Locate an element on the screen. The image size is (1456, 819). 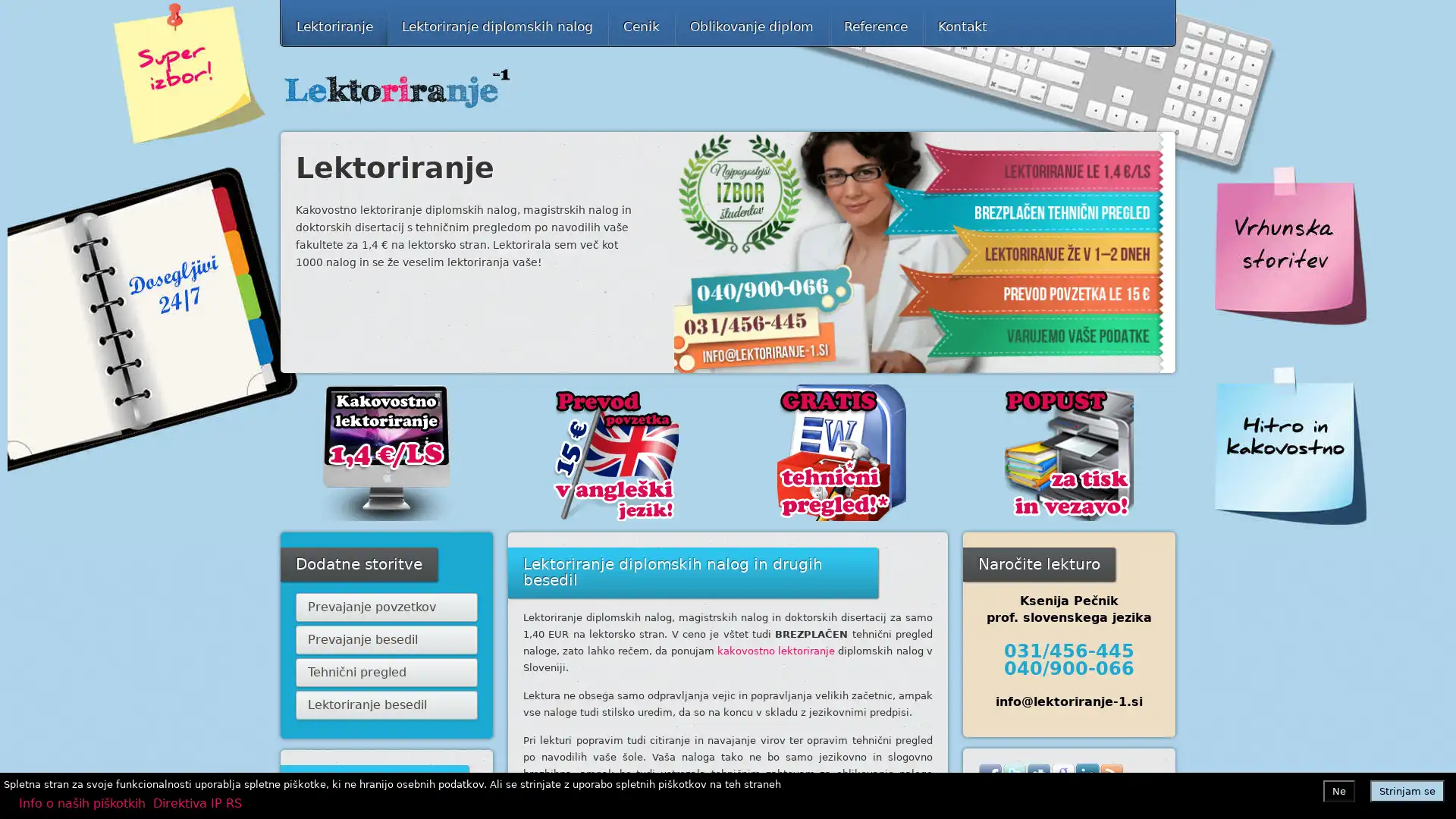
Ne is located at coordinates (1339, 789).